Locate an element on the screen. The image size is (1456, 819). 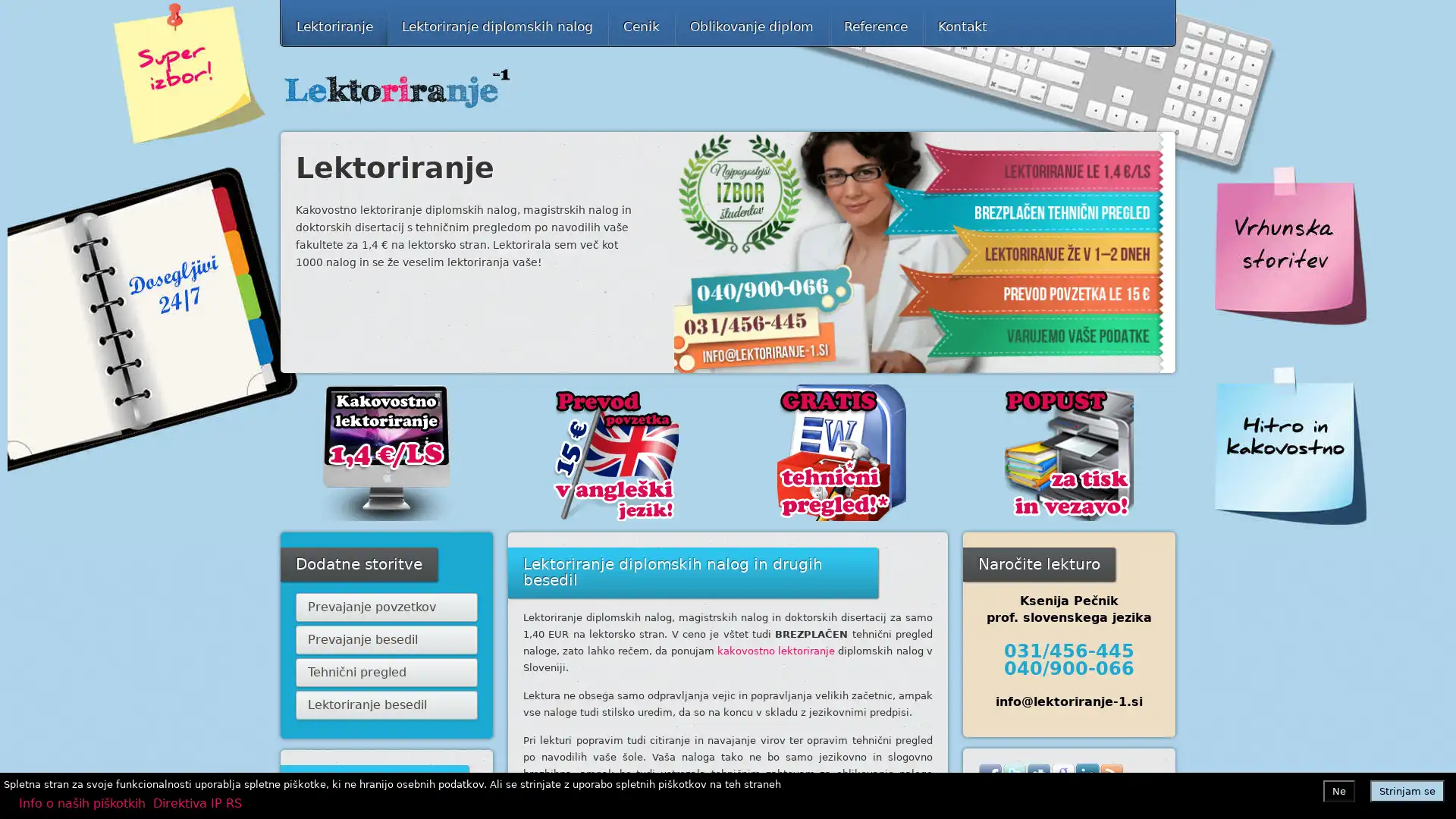
Ne is located at coordinates (1339, 789).